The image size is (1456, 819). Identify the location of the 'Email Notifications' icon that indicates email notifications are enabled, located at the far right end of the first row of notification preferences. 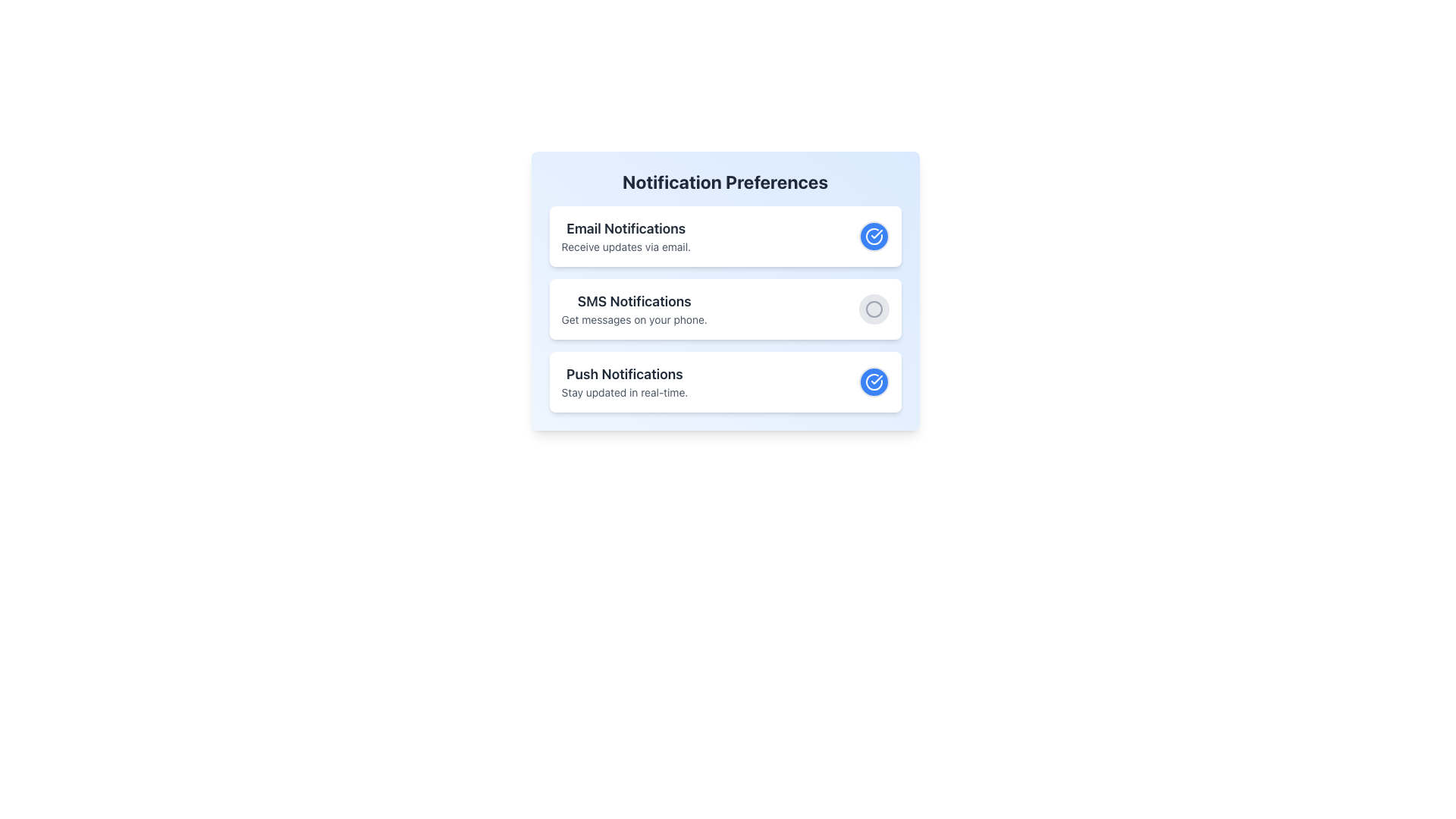
(874, 237).